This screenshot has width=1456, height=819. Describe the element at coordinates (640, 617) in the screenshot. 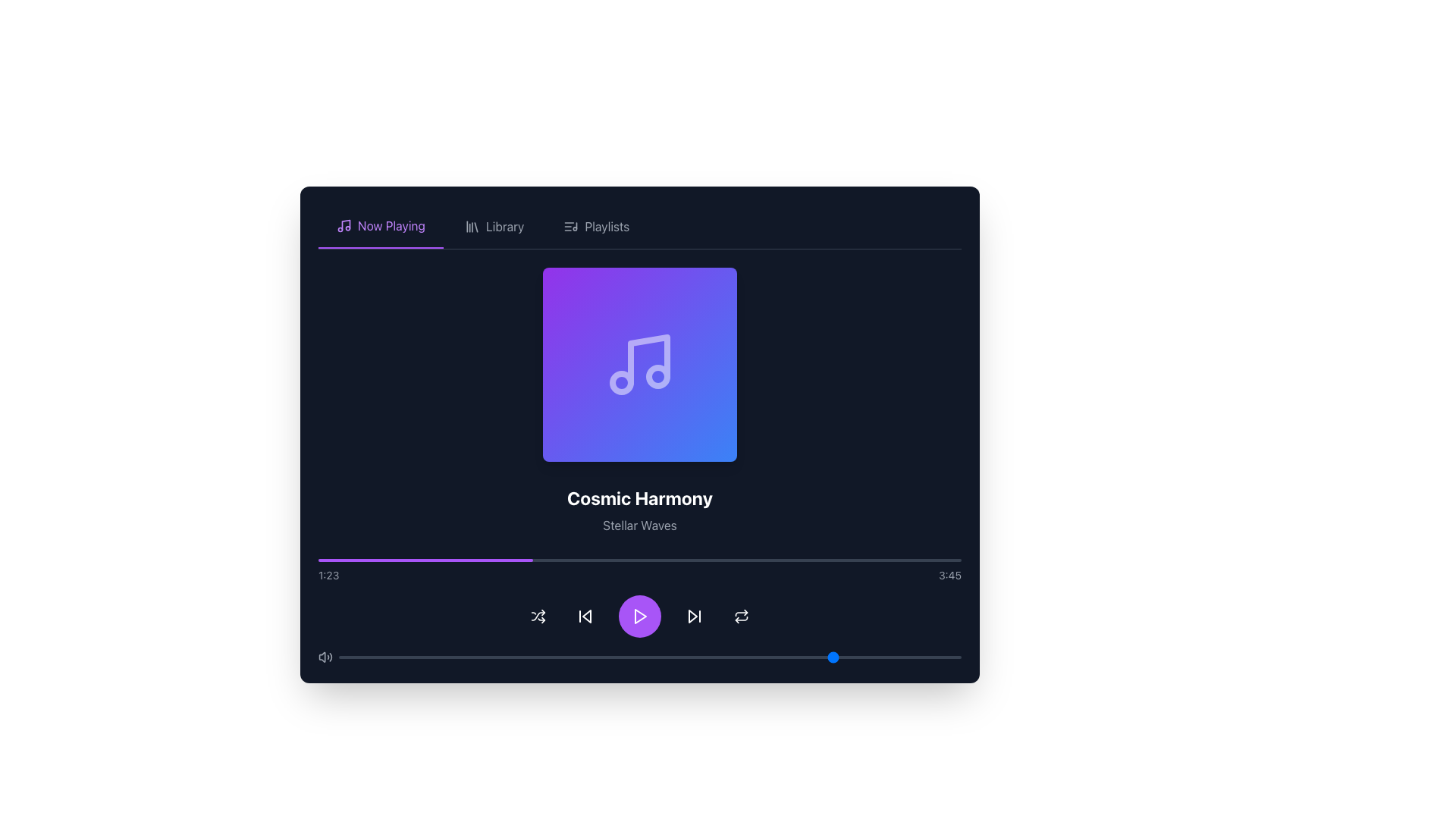

I see `on the Media Control Button, which is a triangular-shaped Play icon with a purple circular background, located centrally in the bottom control bar of the music player interface` at that location.